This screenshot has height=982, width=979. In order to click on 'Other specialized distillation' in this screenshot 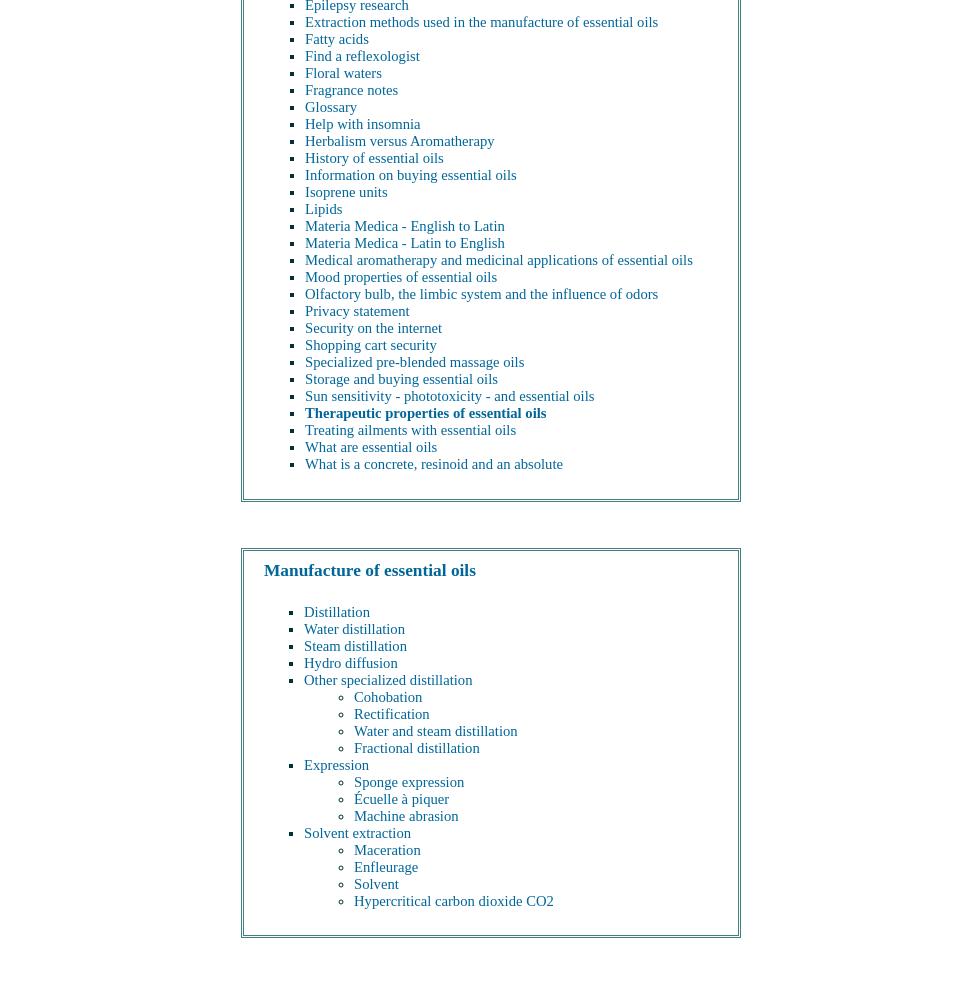, I will do `click(387, 679)`.